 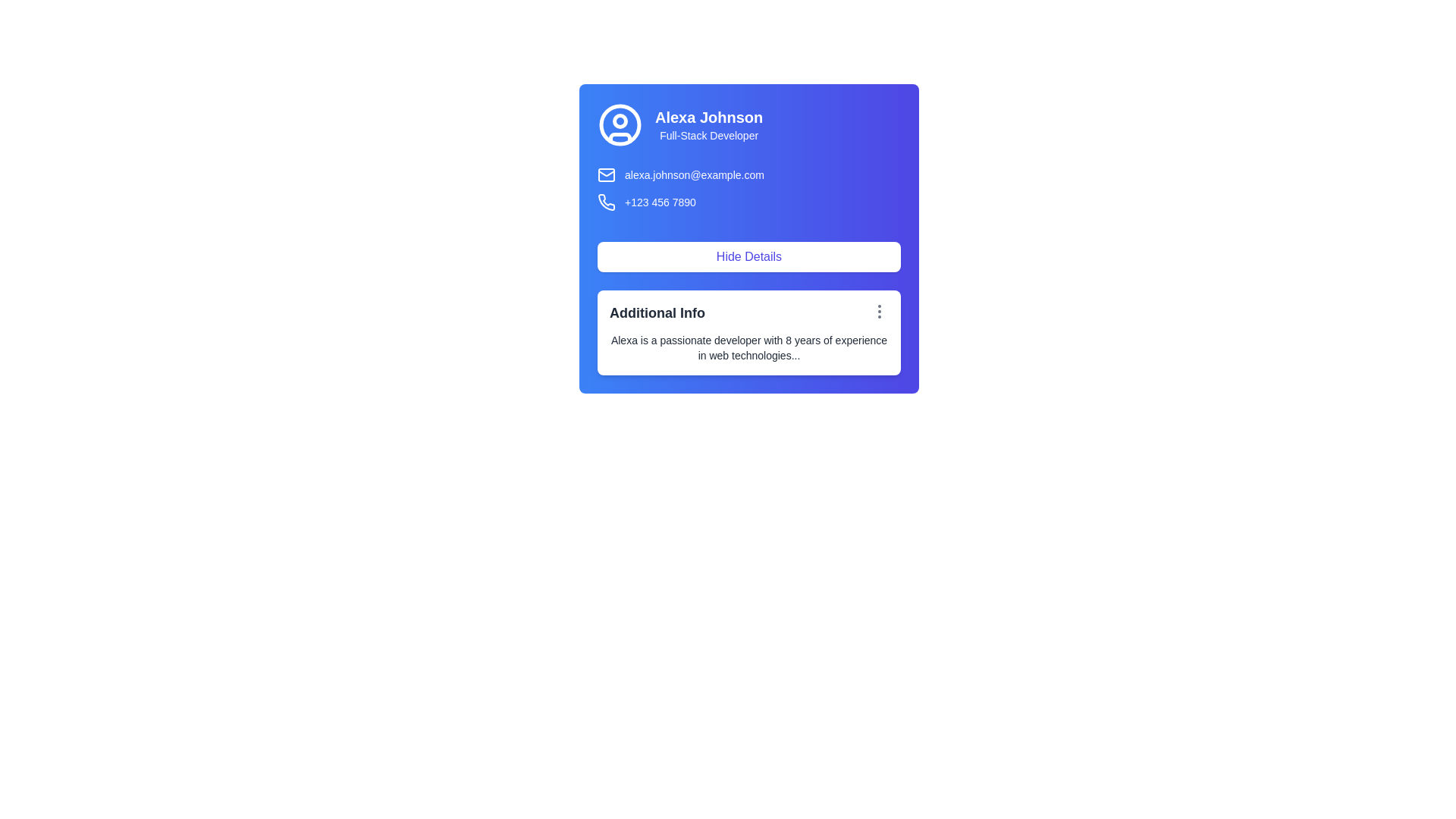 What do you see at coordinates (620, 124) in the screenshot?
I see `the visual decorative element that serves as a placeholder for a profile icon or avatar, located in the top-left portion of the profile card, above the user's name and title` at bounding box center [620, 124].